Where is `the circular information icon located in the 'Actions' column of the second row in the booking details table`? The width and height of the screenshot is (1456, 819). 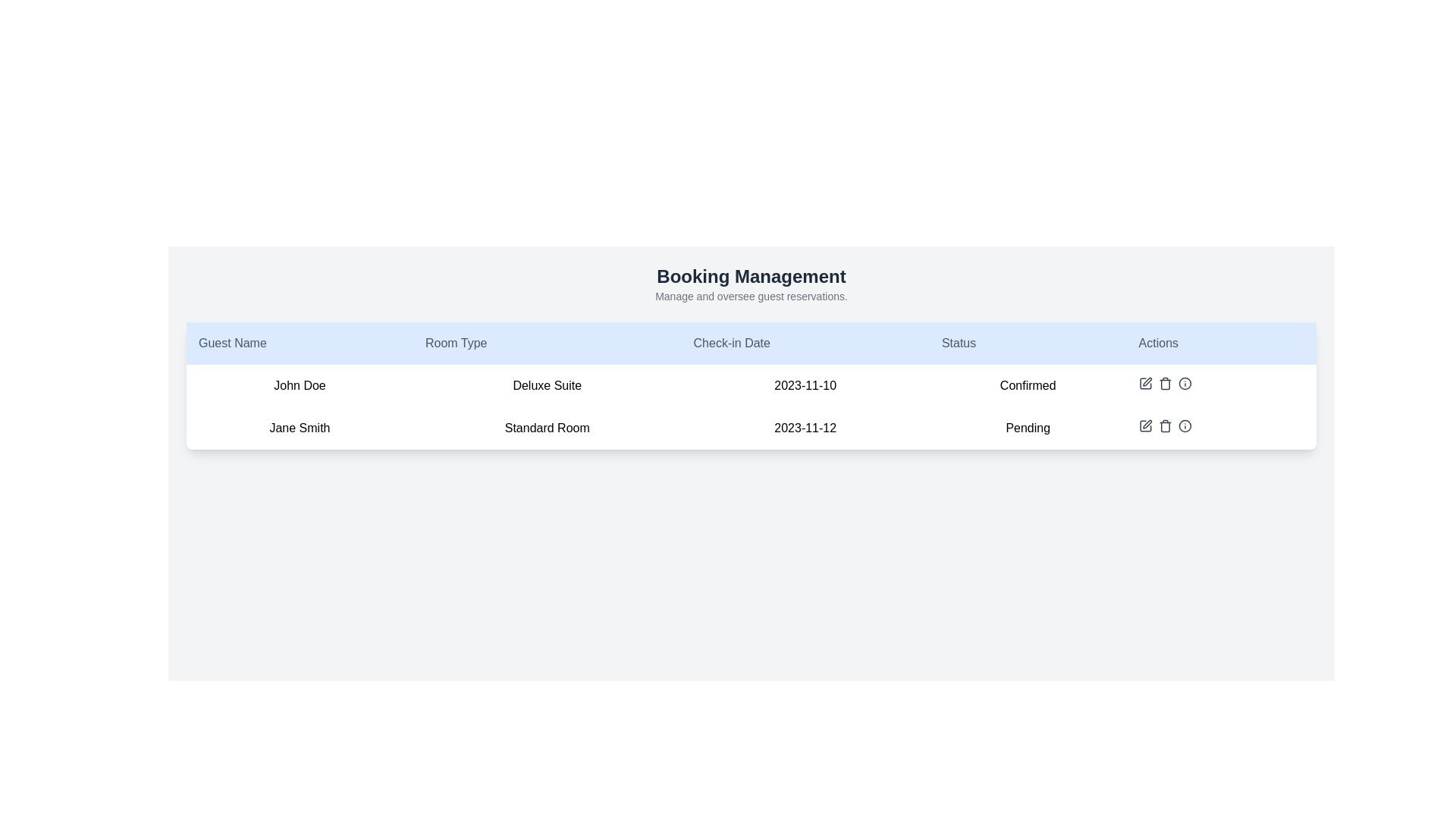
the circular information icon located in the 'Actions' column of the second row in the booking details table is located at coordinates (1184, 426).